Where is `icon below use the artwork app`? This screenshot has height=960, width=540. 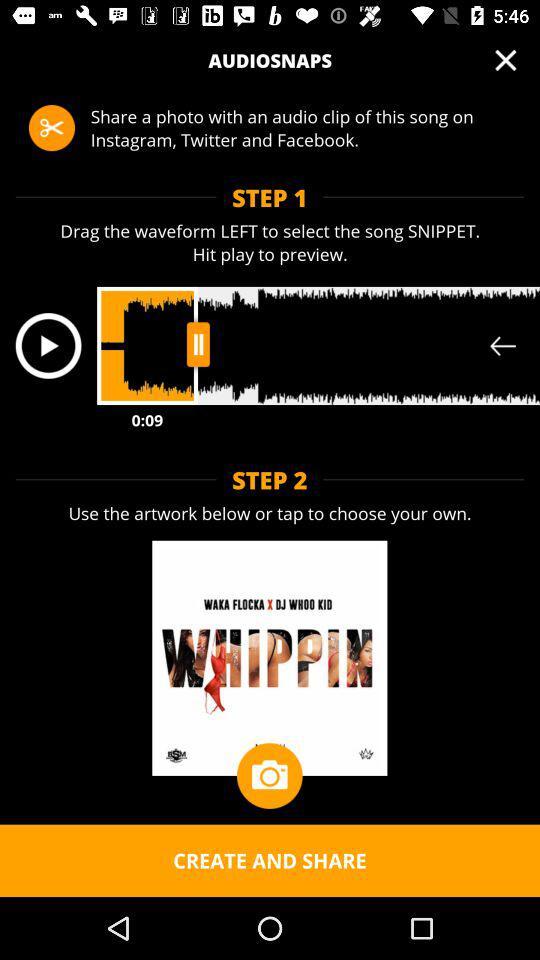
icon below use the artwork app is located at coordinates (269, 775).